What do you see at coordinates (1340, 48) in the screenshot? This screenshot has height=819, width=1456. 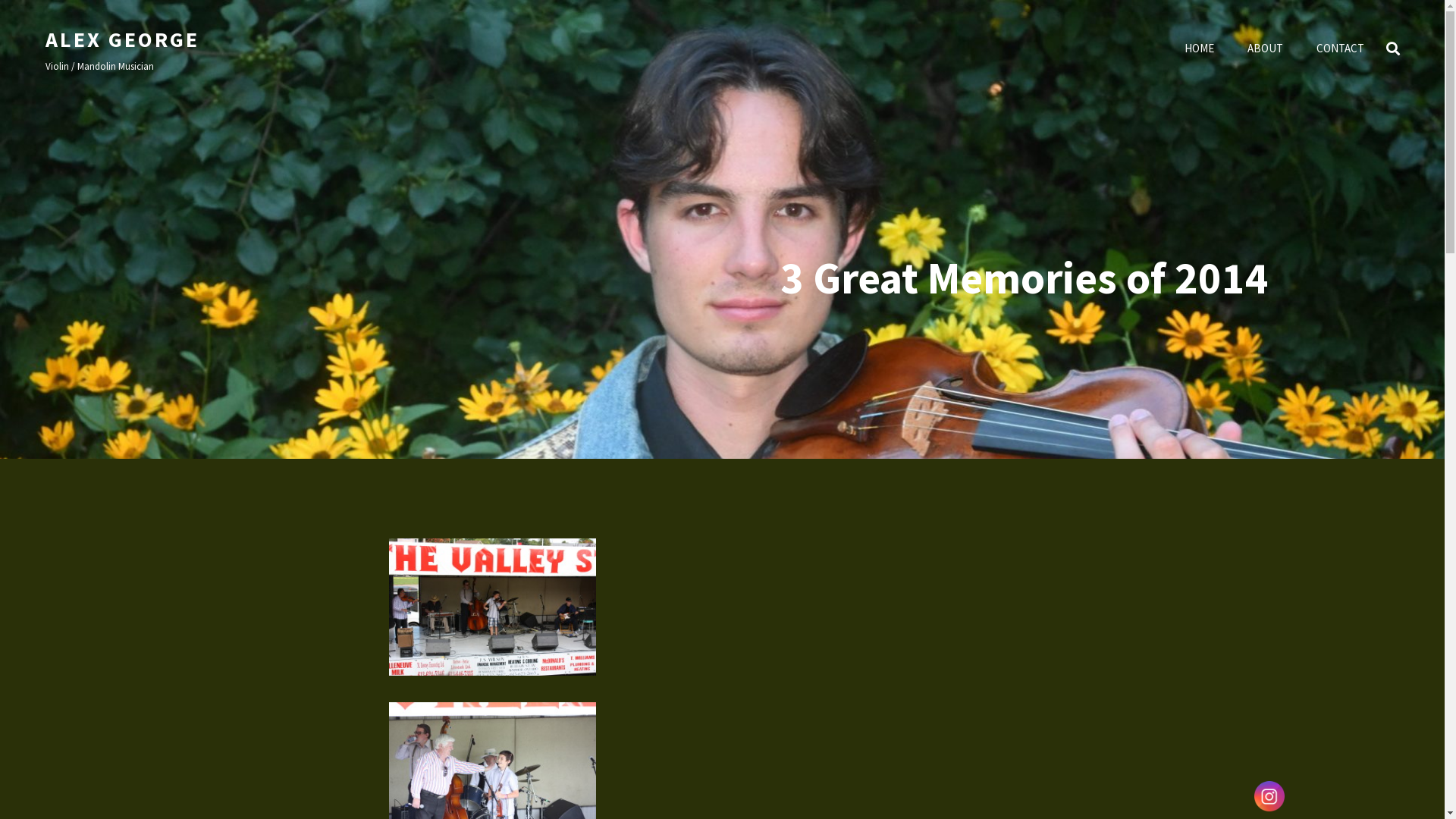 I see `'CONTACT'` at bounding box center [1340, 48].